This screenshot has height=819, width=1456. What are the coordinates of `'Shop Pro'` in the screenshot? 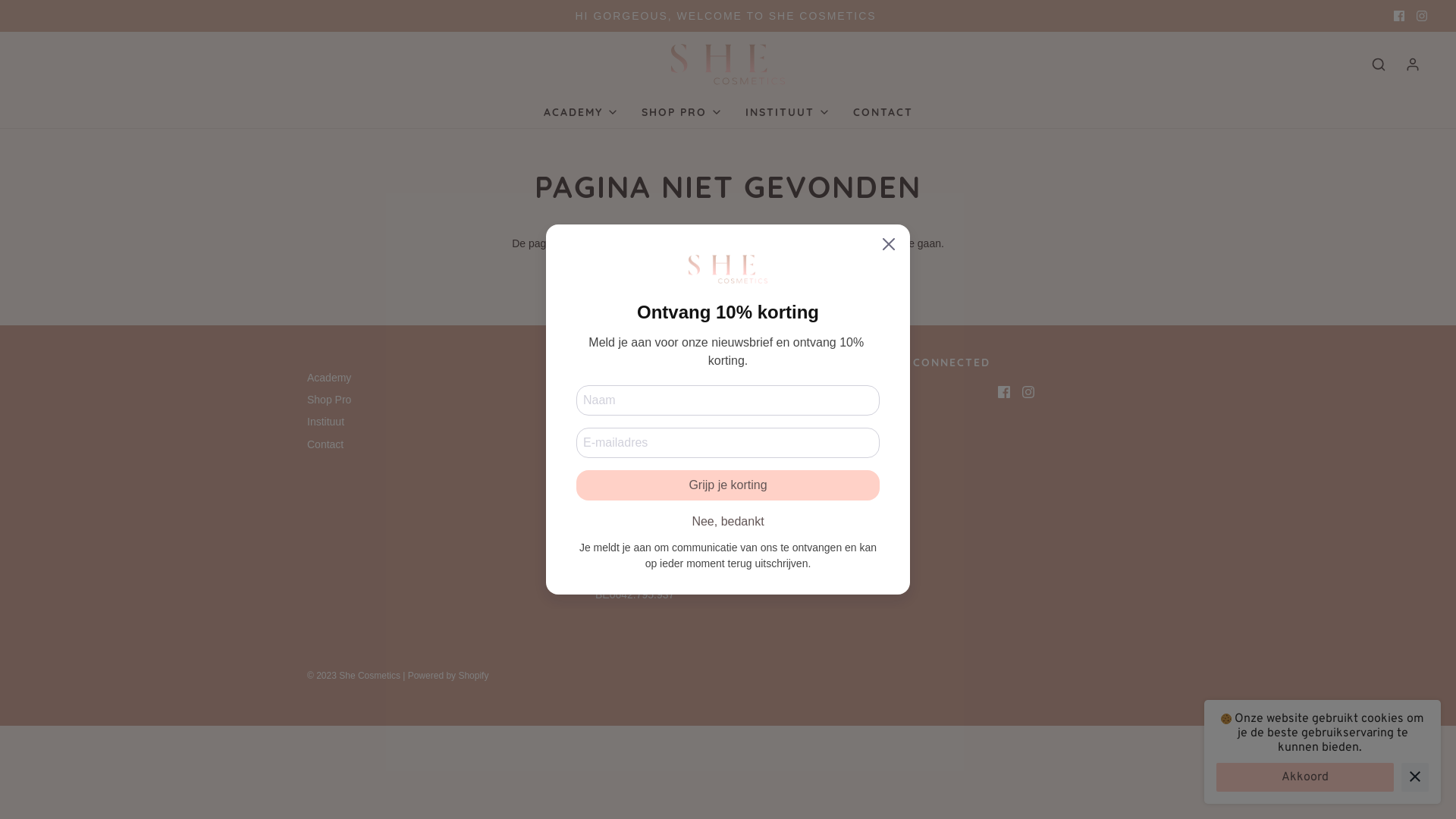 It's located at (328, 401).